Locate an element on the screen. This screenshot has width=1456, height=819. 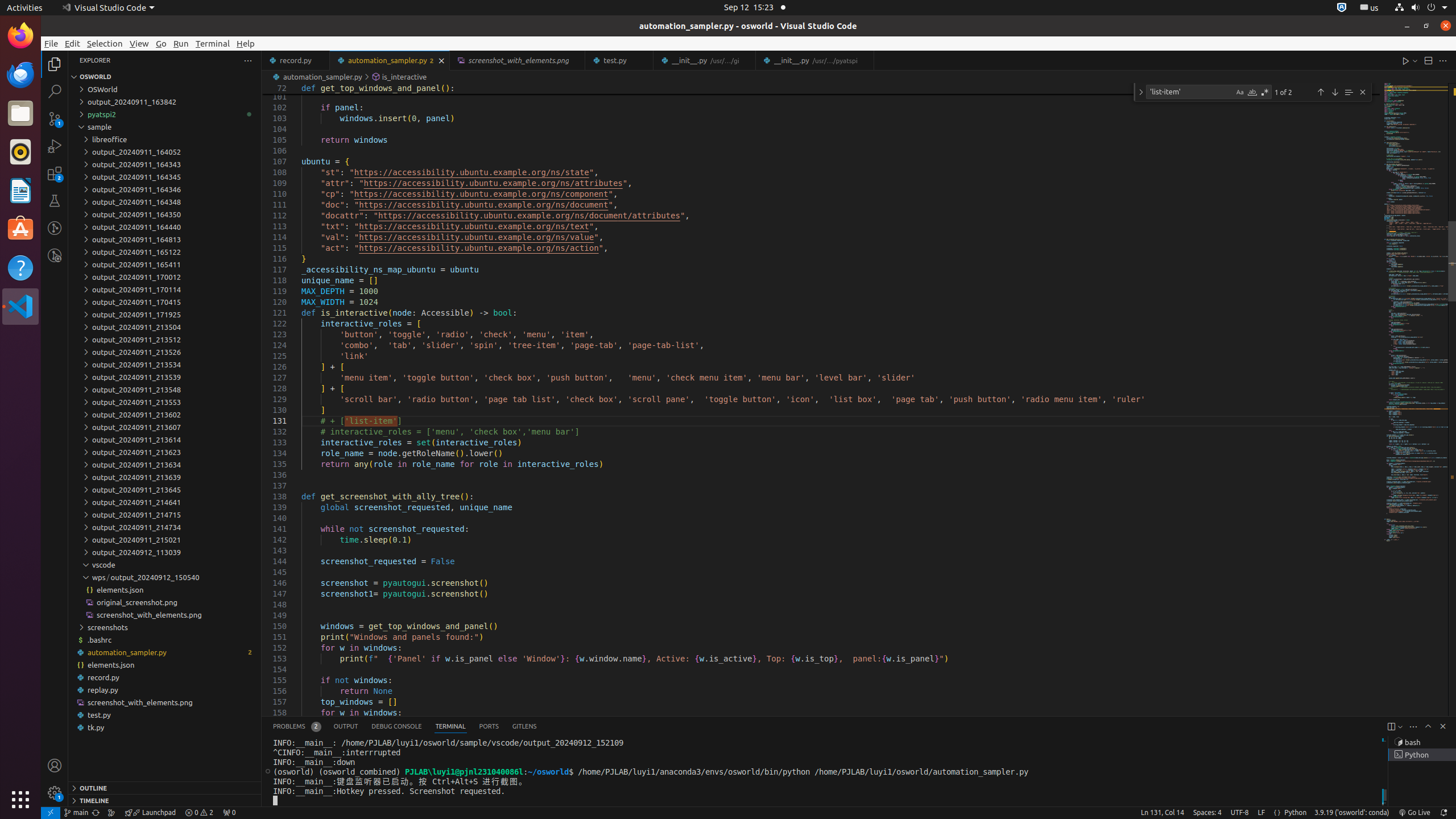
'output_20240911_170114' is located at coordinates (164, 289).